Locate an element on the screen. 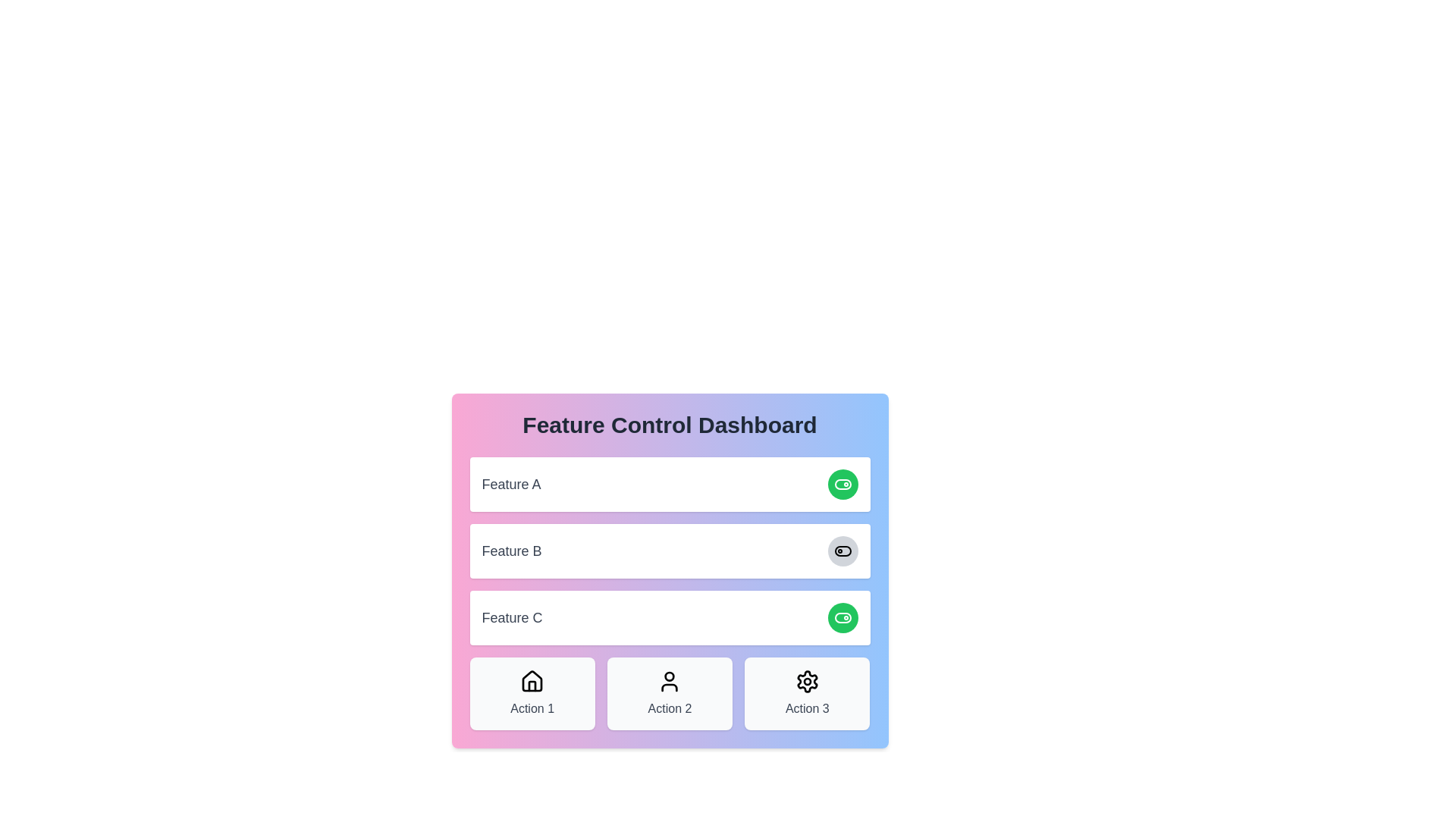 This screenshot has height=819, width=1456. the central card labeled 'Action 2' in the grid layout of the 'Feature Control Dashboard' is located at coordinates (669, 693).